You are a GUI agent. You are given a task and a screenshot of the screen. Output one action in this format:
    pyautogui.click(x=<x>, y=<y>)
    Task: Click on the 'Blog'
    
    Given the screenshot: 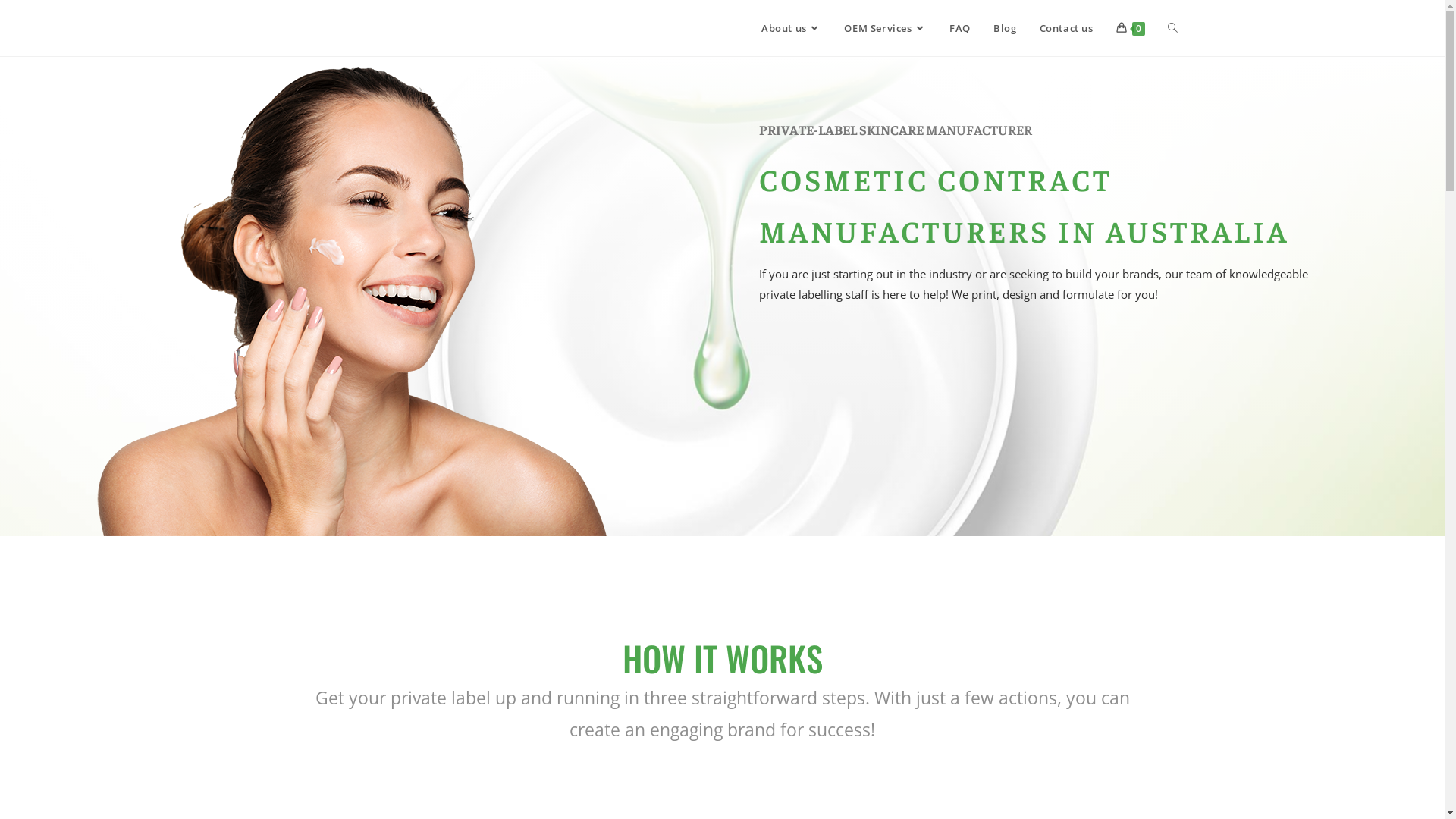 What is the action you would take?
    pyautogui.click(x=1004, y=28)
    